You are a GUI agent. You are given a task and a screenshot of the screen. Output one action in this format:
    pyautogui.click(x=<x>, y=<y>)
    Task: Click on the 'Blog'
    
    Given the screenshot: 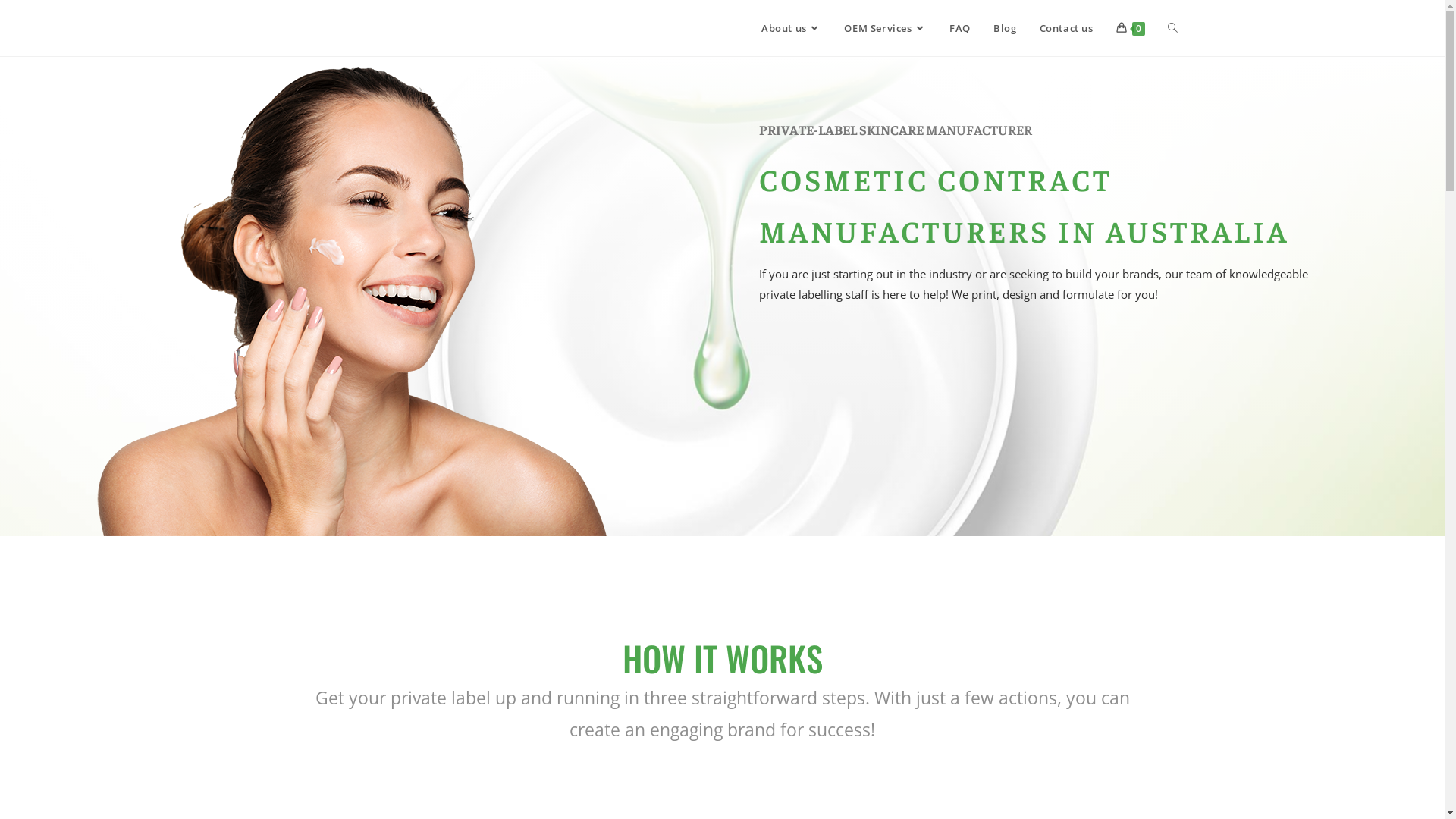 What is the action you would take?
    pyautogui.click(x=1004, y=28)
    